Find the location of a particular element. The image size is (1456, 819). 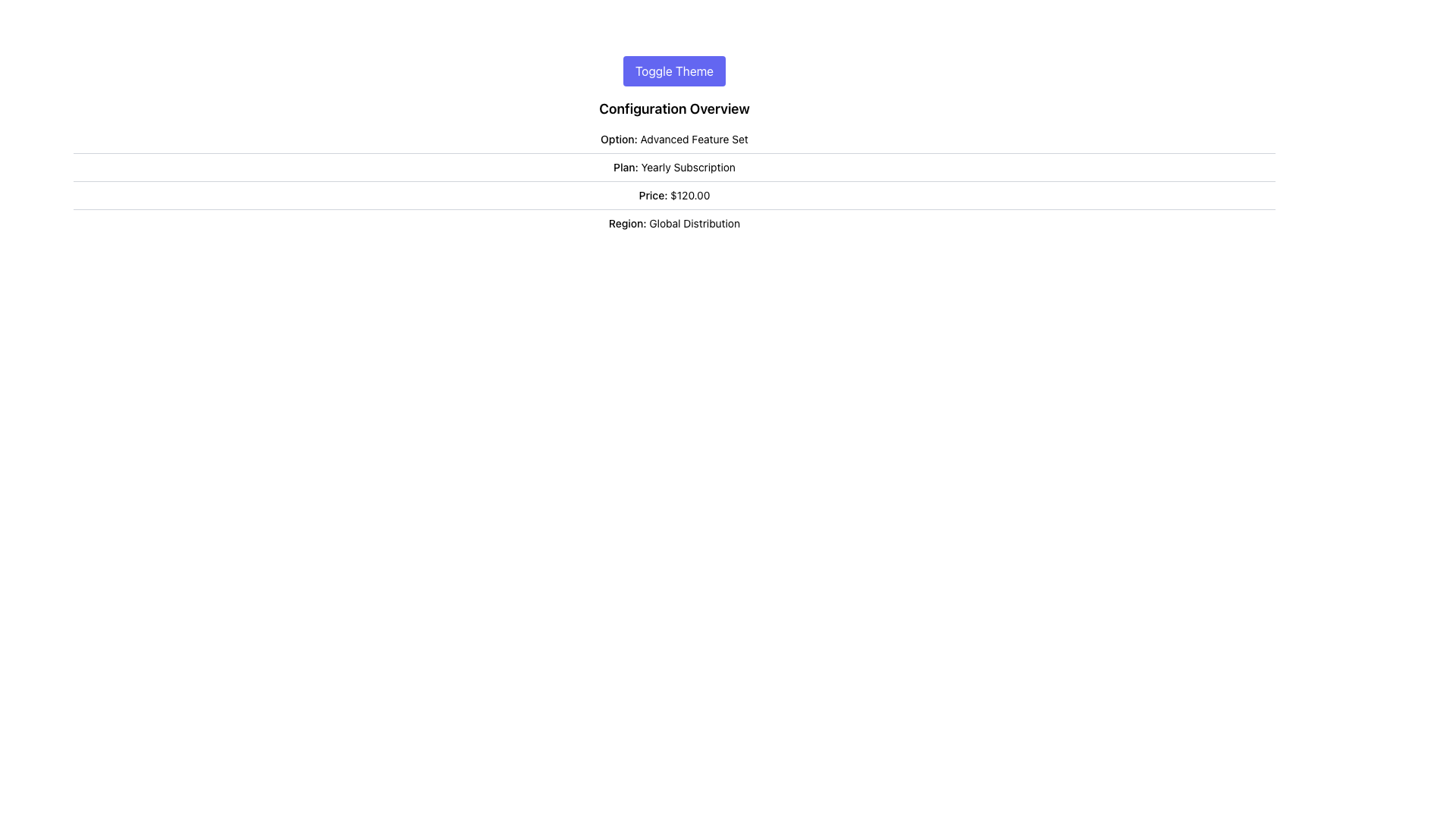

the static text label displaying 'Plan:' located in the Configuration Overview section, which is the first inline text component in the 'Plan: Yearly Subscription' row is located at coordinates (627, 167).